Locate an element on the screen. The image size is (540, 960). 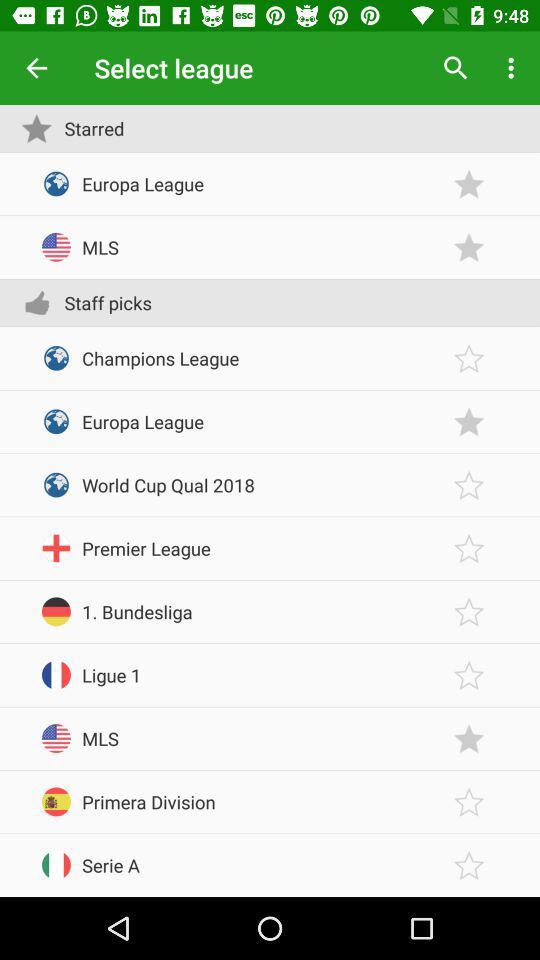
put a gold star on this country is located at coordinates (469, 864).